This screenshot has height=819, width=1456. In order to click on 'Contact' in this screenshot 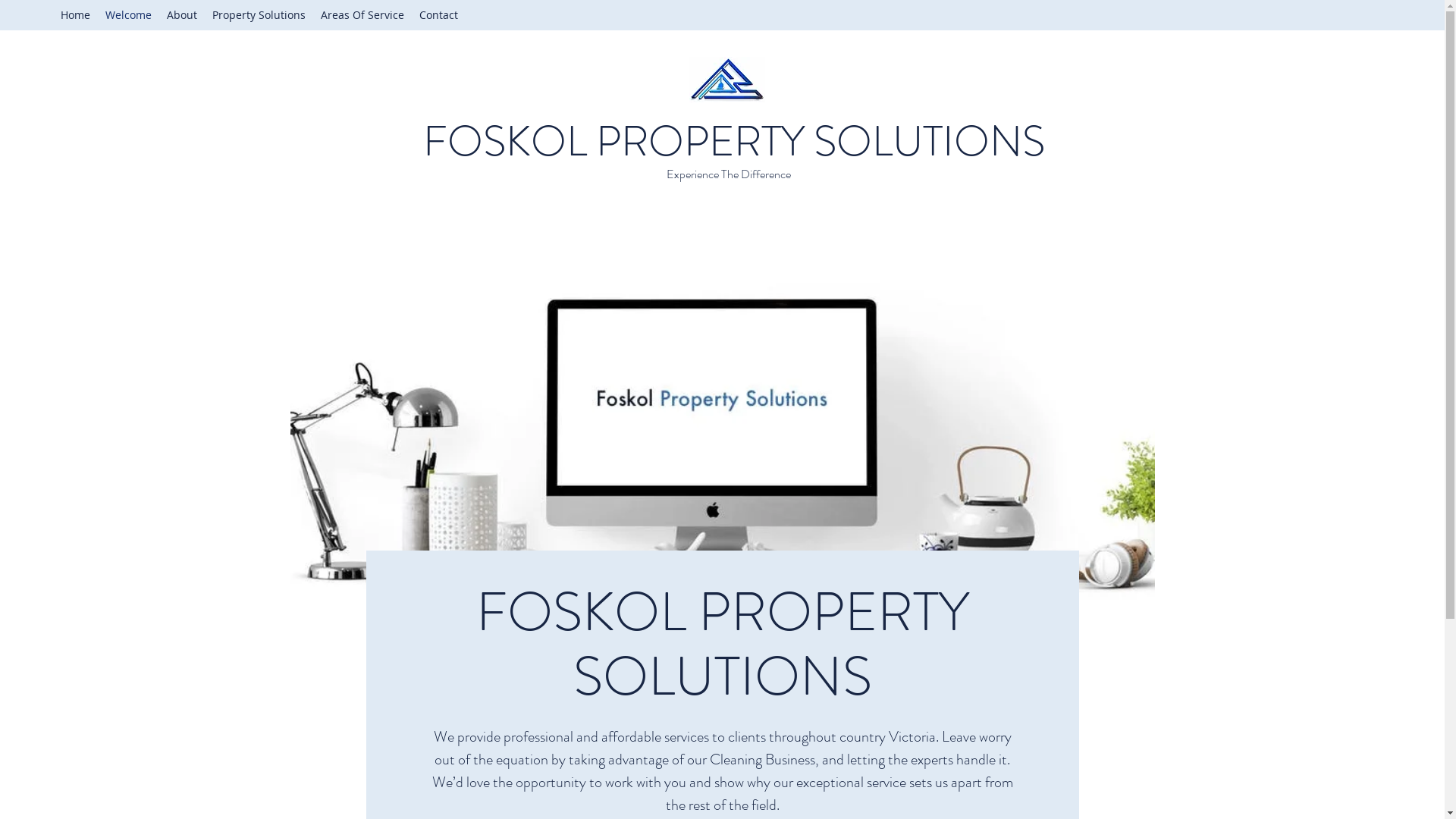, I will do `click(438, 14)`.